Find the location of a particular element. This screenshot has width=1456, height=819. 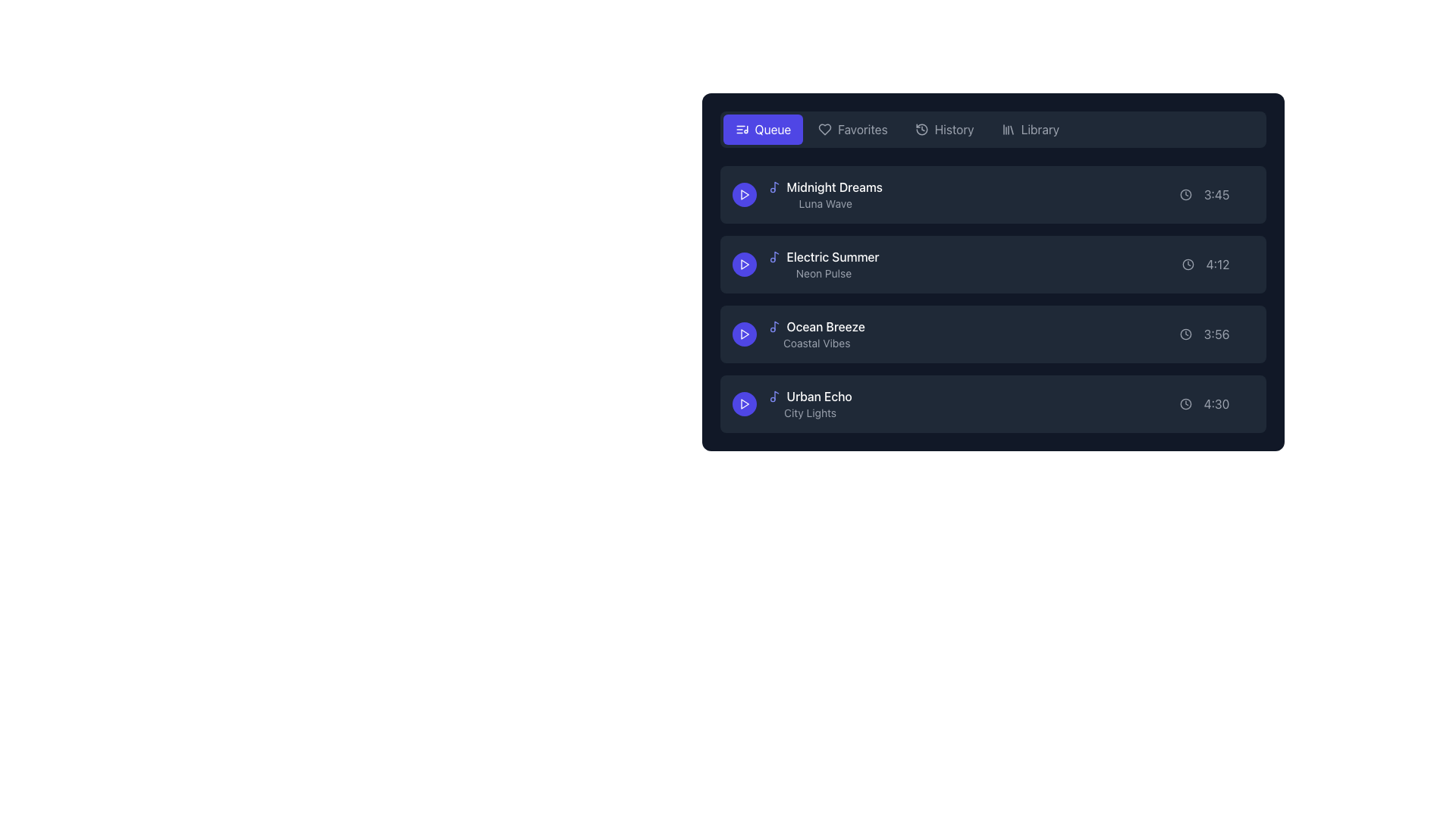

the text label reading 'History' in the light gray color located in the navigation bar of the dark-themed interface is located at coordinates (953, 128).